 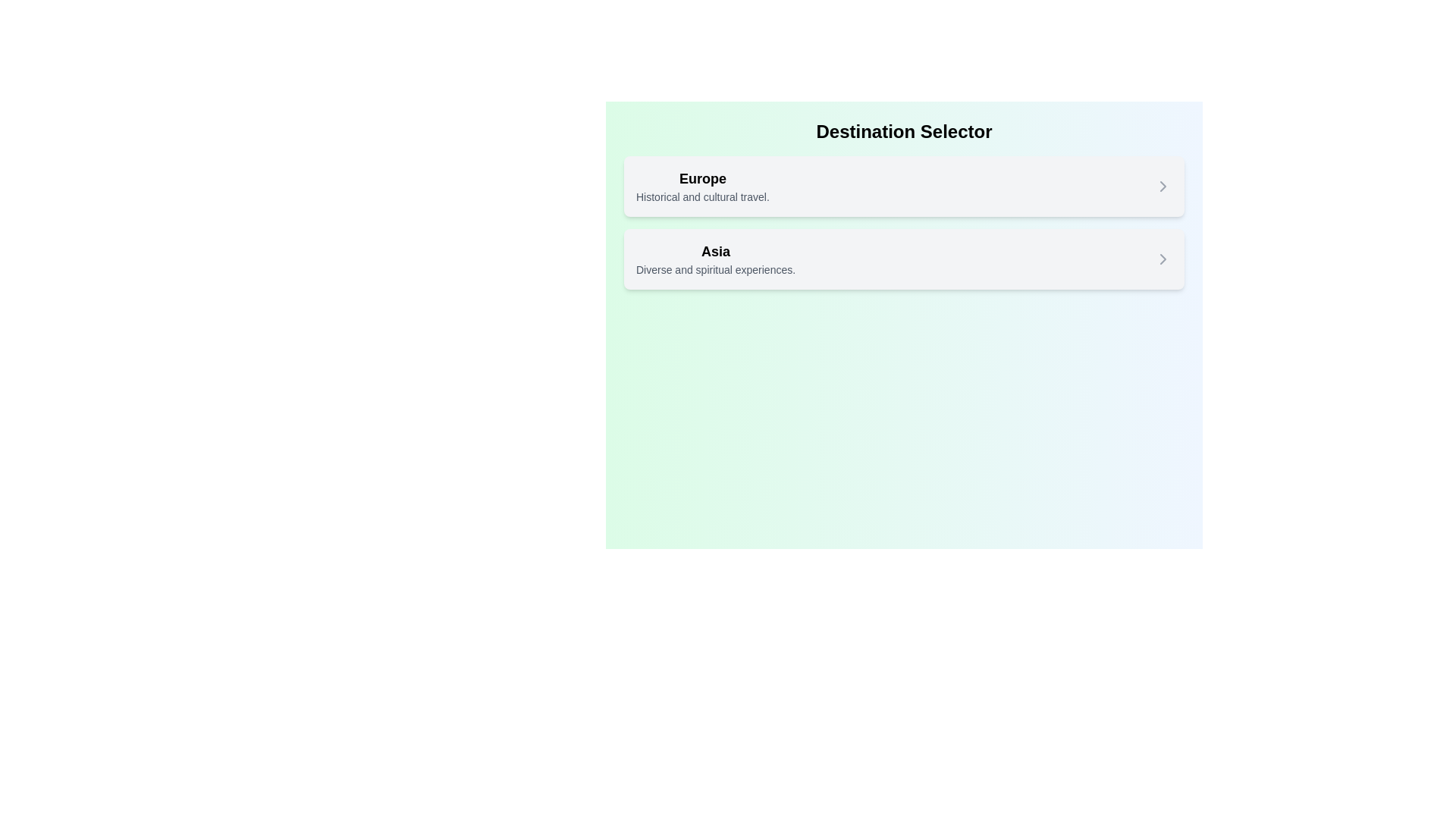 What do you see at coordinates (715, 259) in the screenshot?
I see `the text block labeled 'Asia' which serves as a selection item for the destination within the 'Destination Selector' section` at bounding box center [715, 259].